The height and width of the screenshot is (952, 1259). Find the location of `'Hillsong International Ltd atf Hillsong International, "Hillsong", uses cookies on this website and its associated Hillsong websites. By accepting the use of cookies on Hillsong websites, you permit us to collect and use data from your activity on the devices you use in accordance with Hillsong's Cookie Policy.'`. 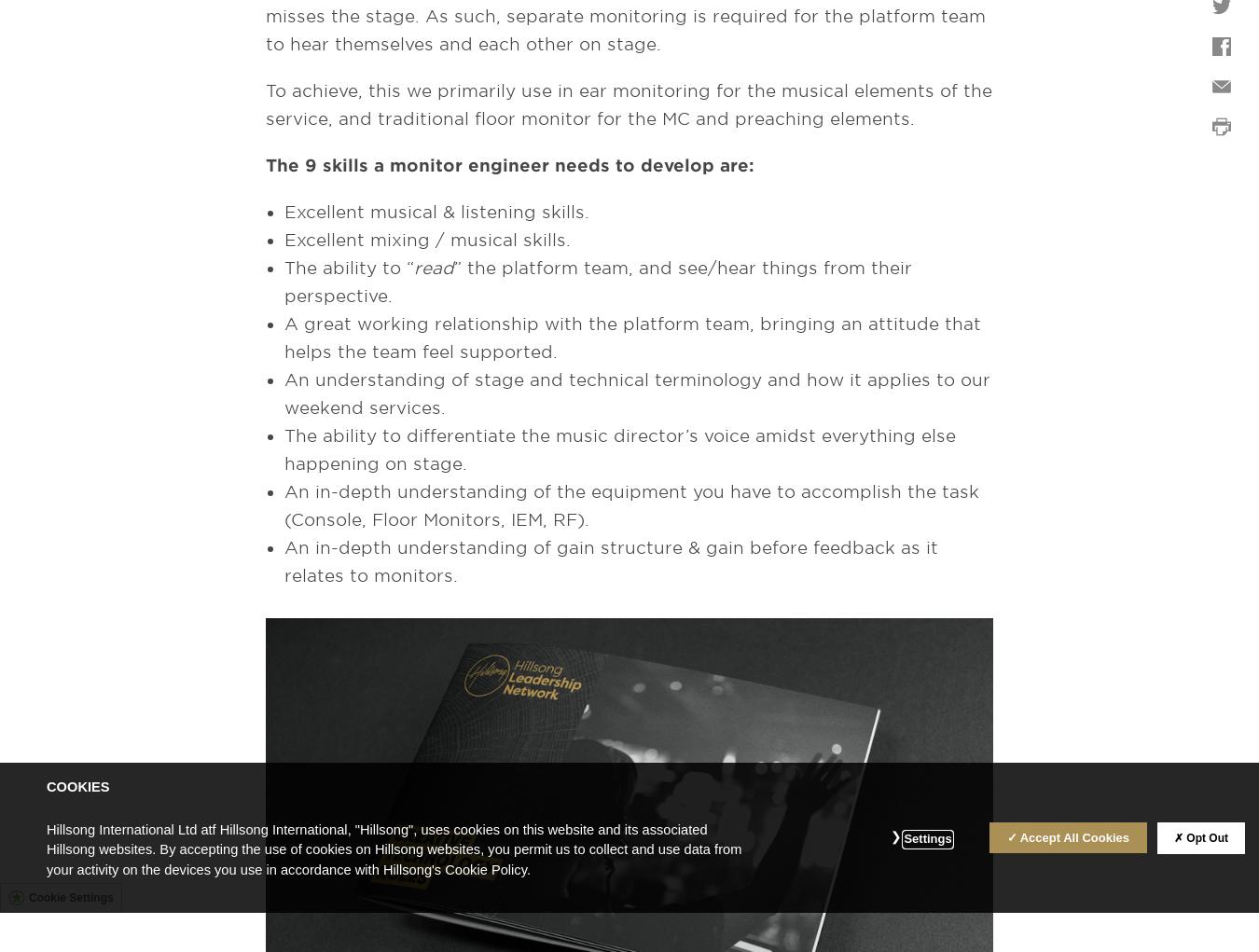

'Hillsong International Ltd atf Hillsong International, "Hillsong", uses cookies on this website and its associated Hillsong websites. By accepting the use of cookies on Hillsong websites, you permit us to collect and use data from your activity on the devices you use in accordance with Hillsong's Cookie Policy.' is located at coordinates (394, 849).